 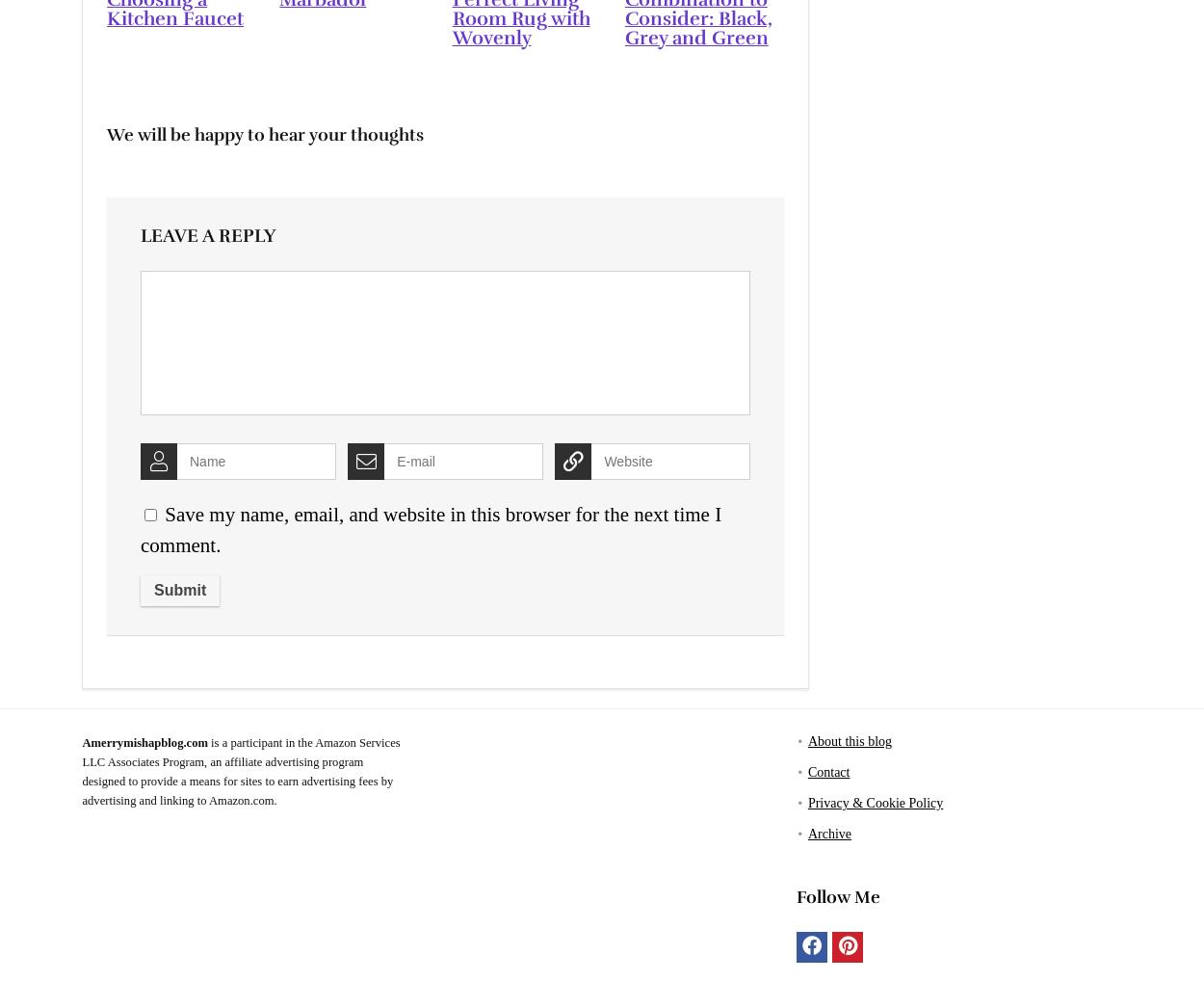 I want to click on 'Privacy & Cookie Policy', so click(x=875, y=802).